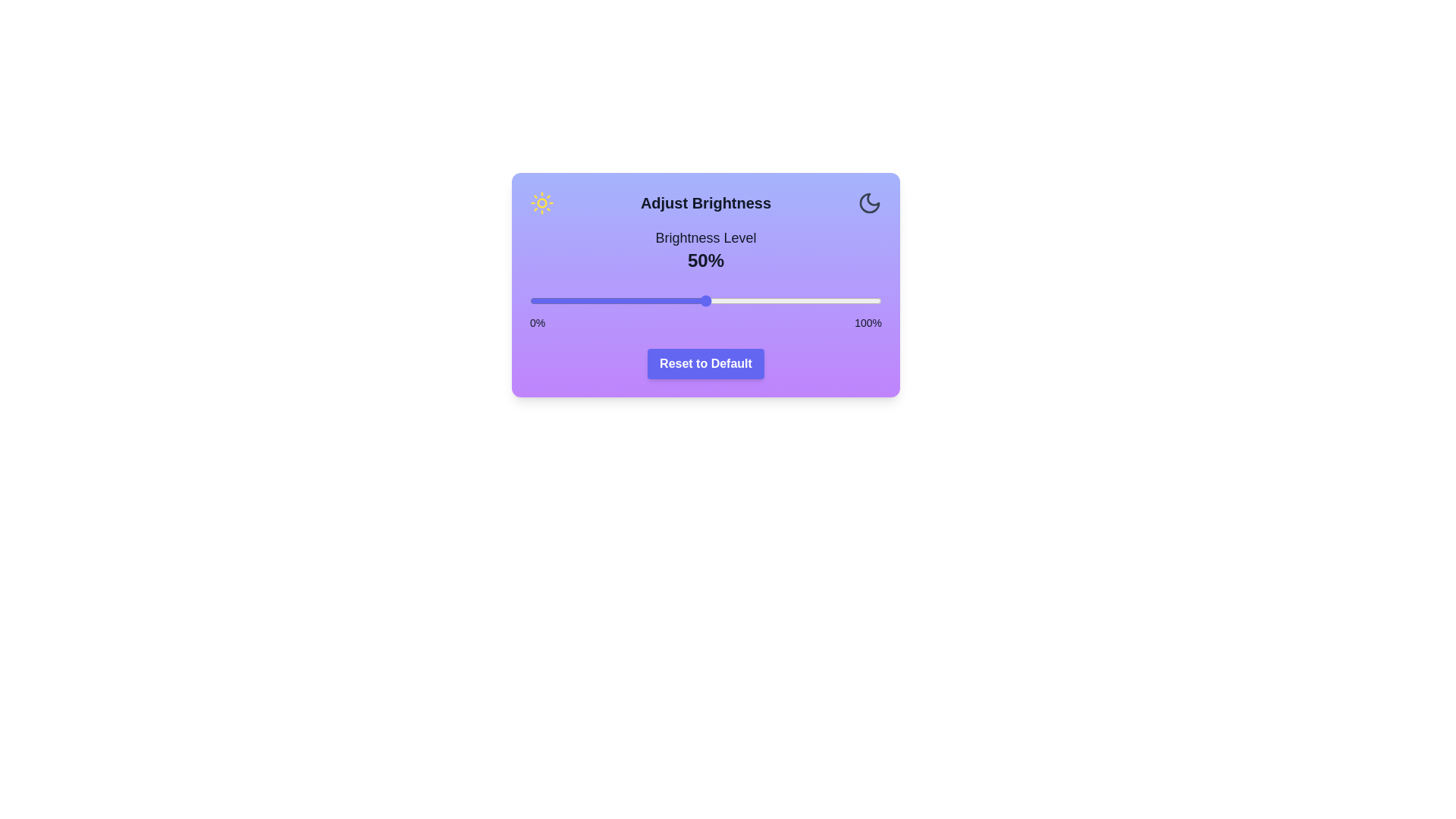 Image resolution: width=1456 pixels, height=819 pixels. Describe the element at coordinates (635, 301) in the screenshot. I see `the brightness slider to 30%` at that location.